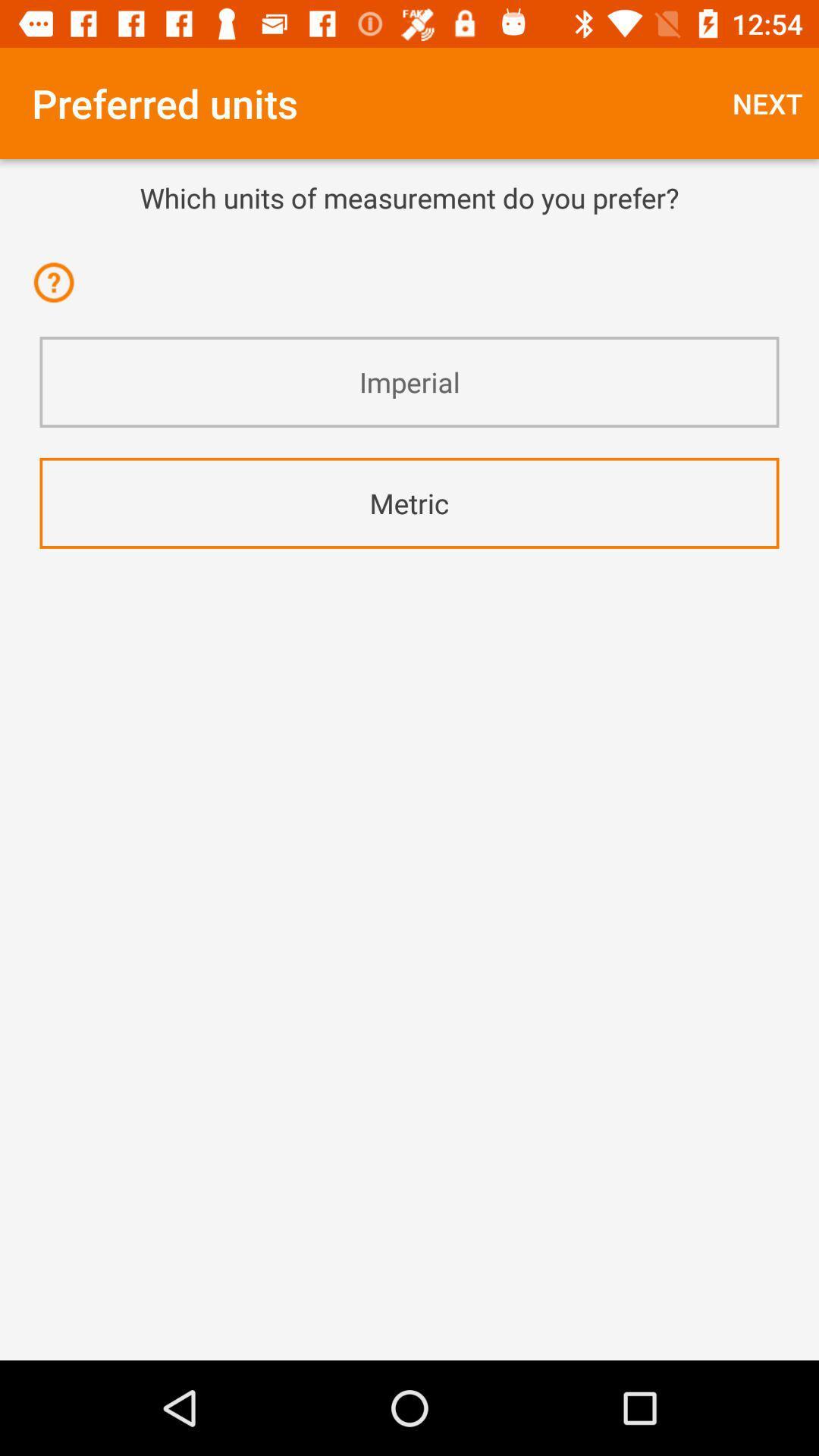 The height and width of the screenshot is (1456, 819). What do you see at coordinates (409, 588) in the screenshot?
I see `the icon below the metric item` at bounding box center [409, 588].